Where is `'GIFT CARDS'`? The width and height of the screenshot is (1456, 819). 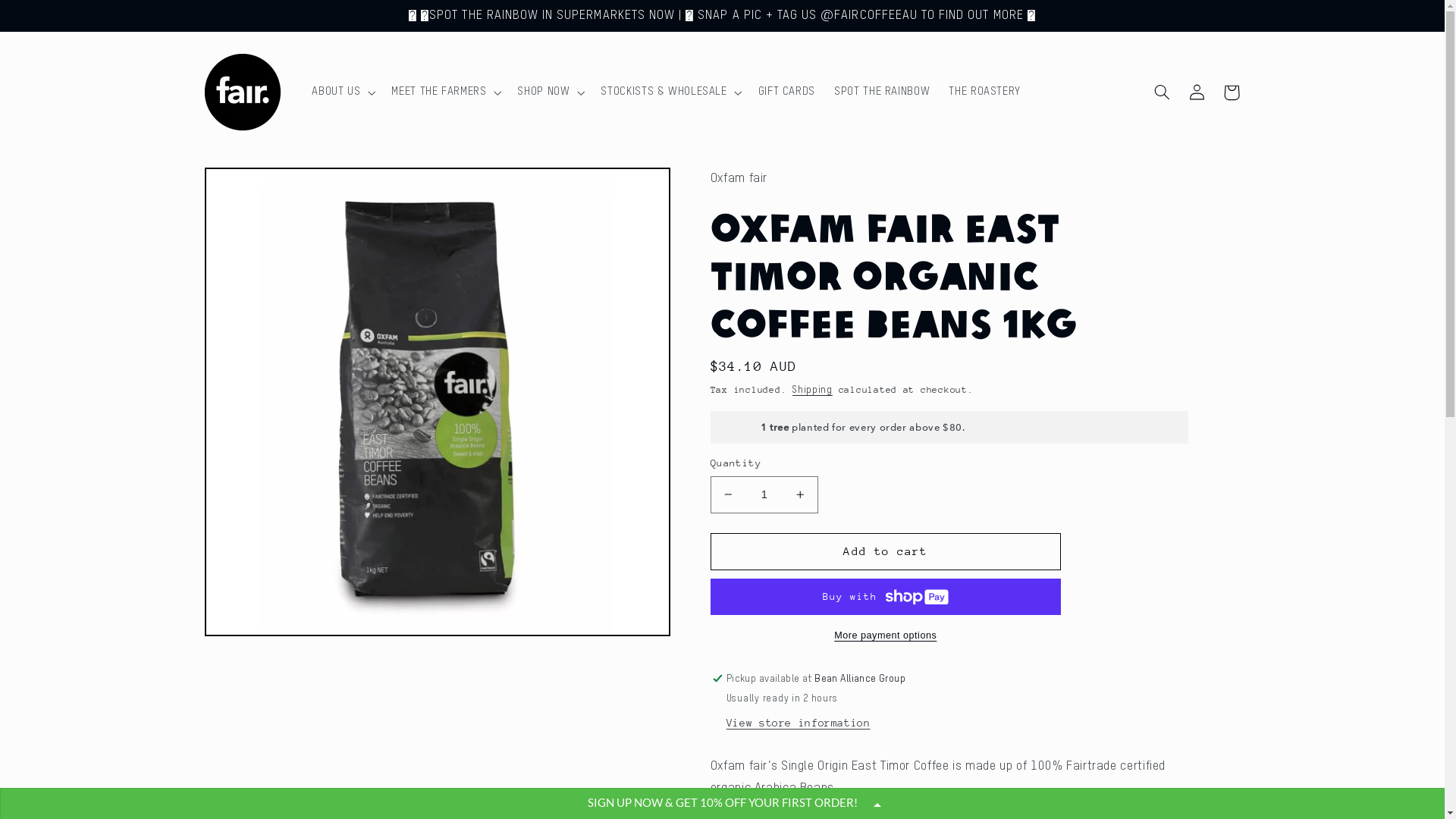
'GIFT CARDS' is located at coordinates (786, 93).